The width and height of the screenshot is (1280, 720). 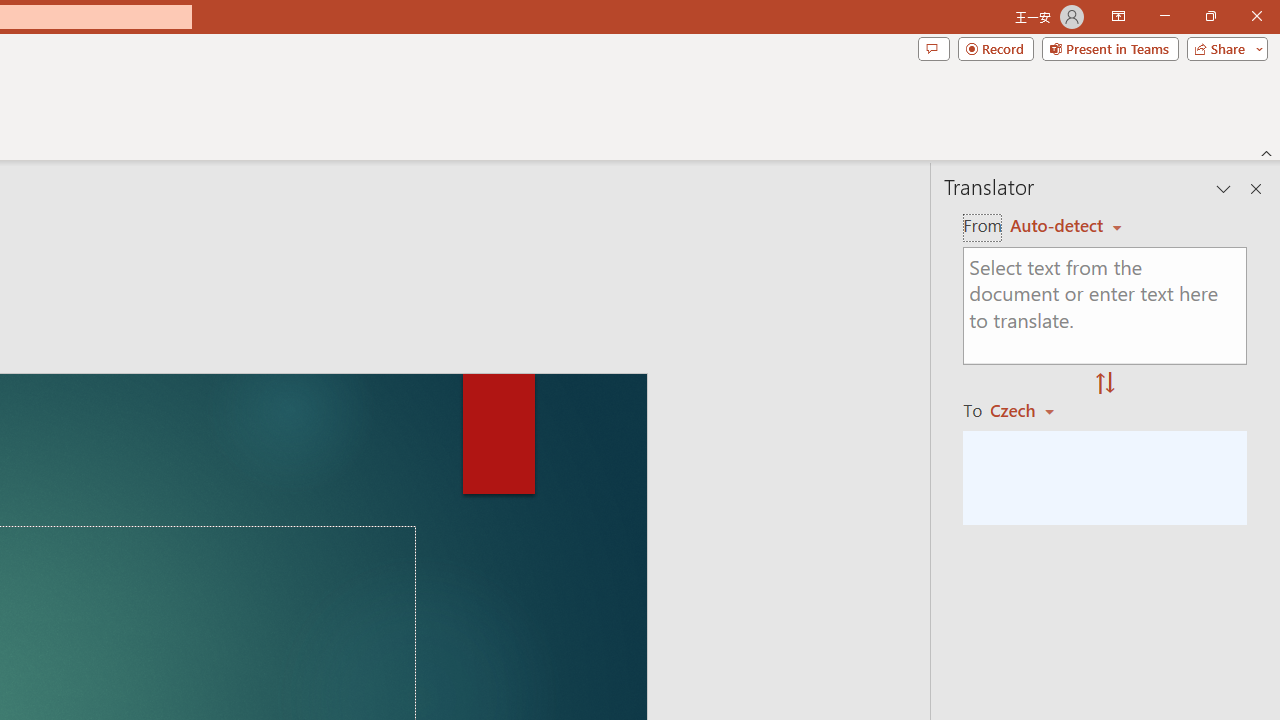 What do you see at coordinates (1031, 409) in the screenshot?
I see `'Czech'` at bounding box center [1031, 409].